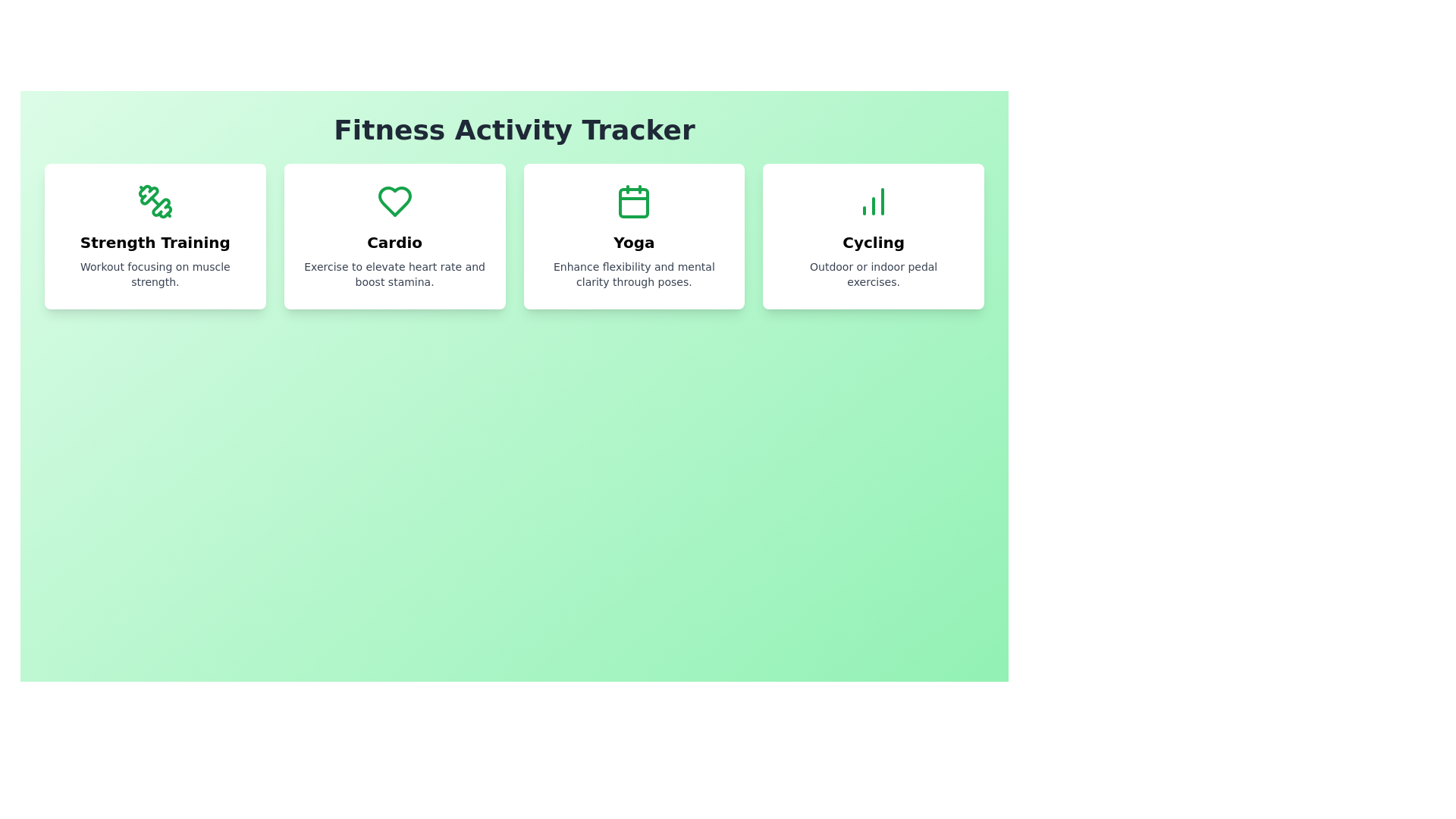  Describe the element at coordinates (634, 202) in the screenshot. I see `the Decorative Graphic Element of the calendar icon representing the 'Yoga' activity, located at the top center of the Yoga card` at that location.